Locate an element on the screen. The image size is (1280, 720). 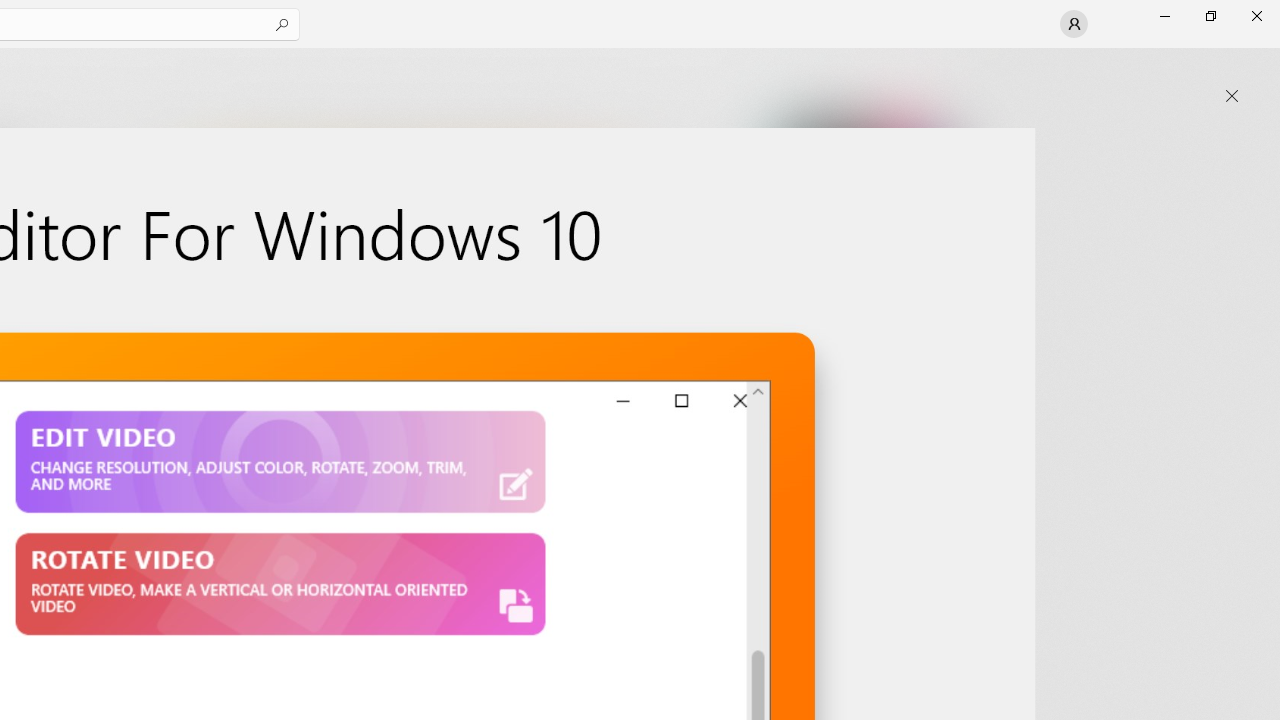
'Close Microsoft Store' is located at coordinates (1255, 15).